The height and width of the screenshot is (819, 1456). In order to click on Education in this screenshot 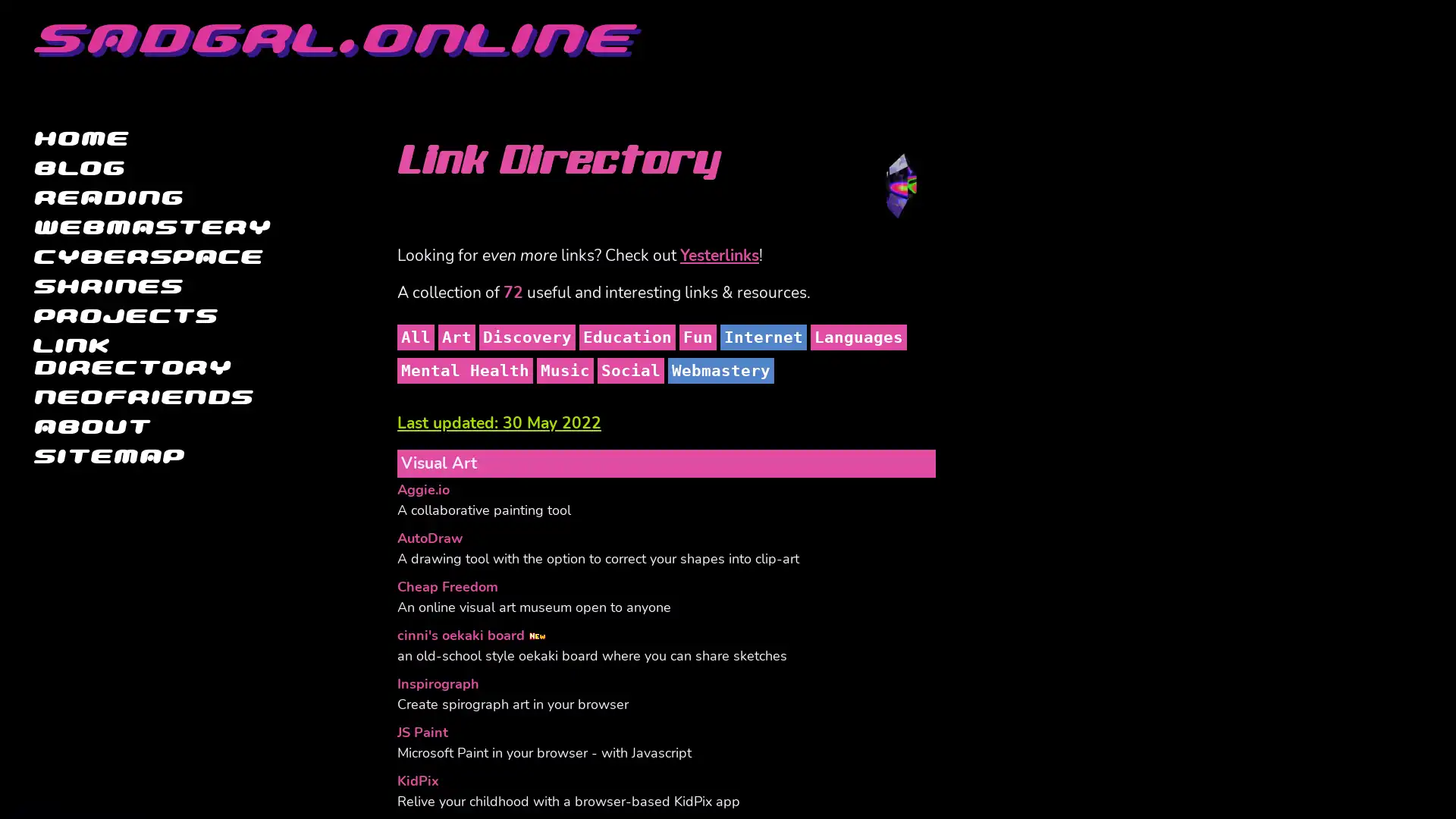, I will do `click(627, 335)`.